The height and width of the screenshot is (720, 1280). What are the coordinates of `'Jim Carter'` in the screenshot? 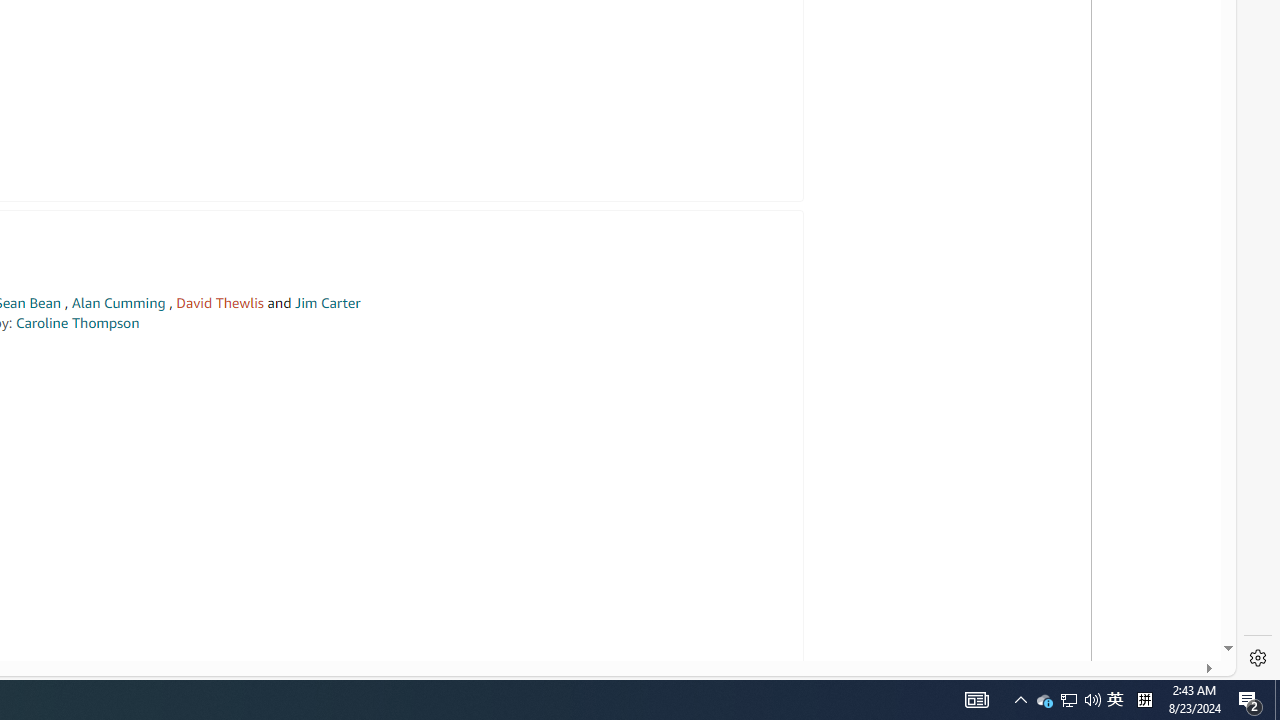 It's located at (327, 303).